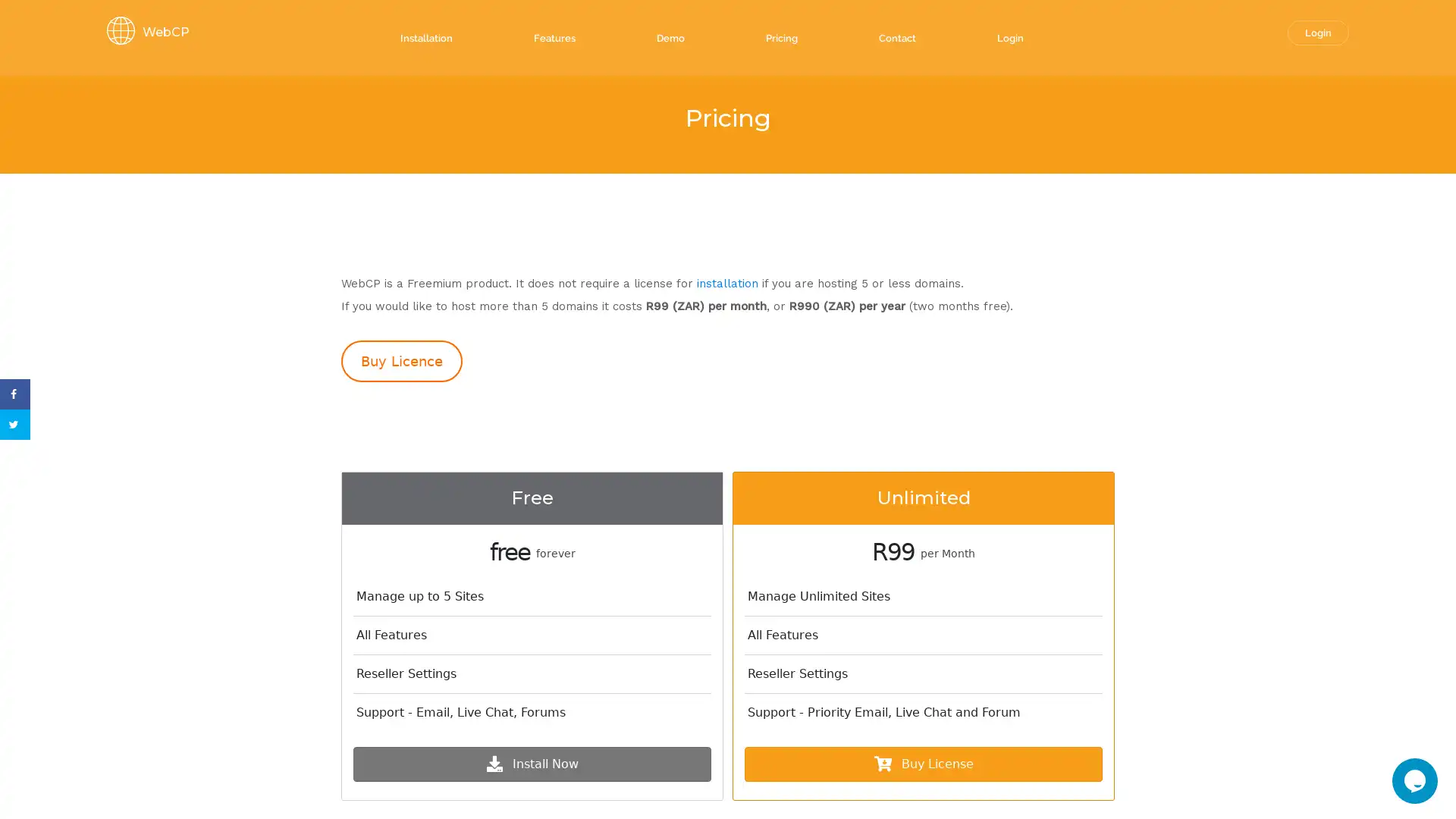 The height and width of the screenshot is (819, 1456). I want to click on Buy License, so click(923, 764).